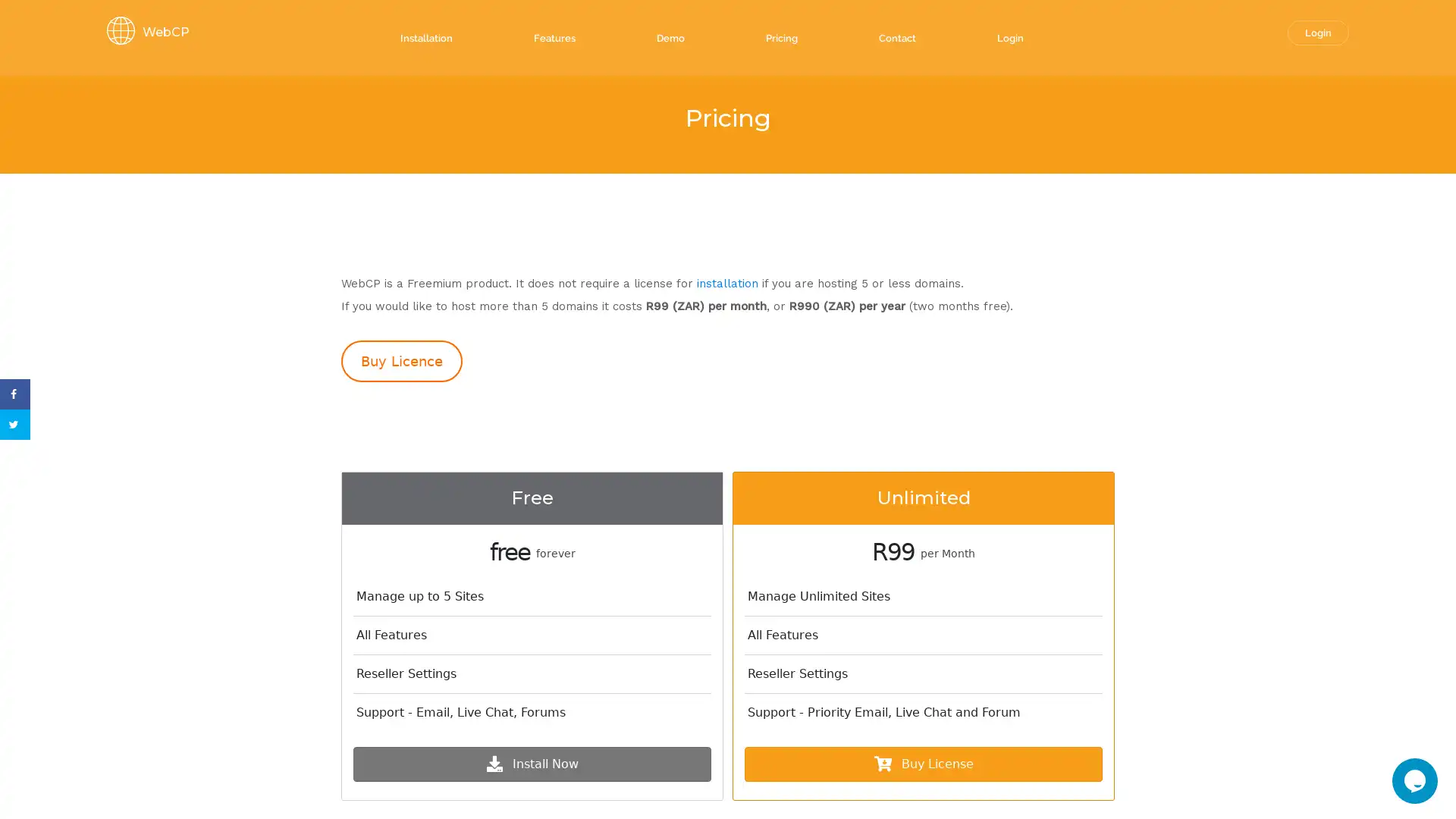 The height and width of the screenshot is (819, 1456). I want to click on Buy License, so click(923, 764).